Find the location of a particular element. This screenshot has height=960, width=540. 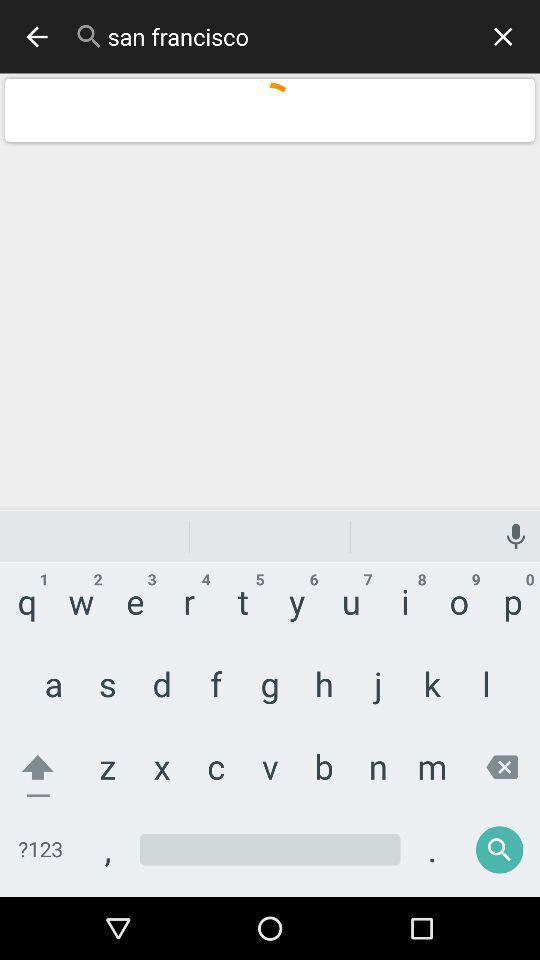

the close icon is located at coordinates (502, 35).